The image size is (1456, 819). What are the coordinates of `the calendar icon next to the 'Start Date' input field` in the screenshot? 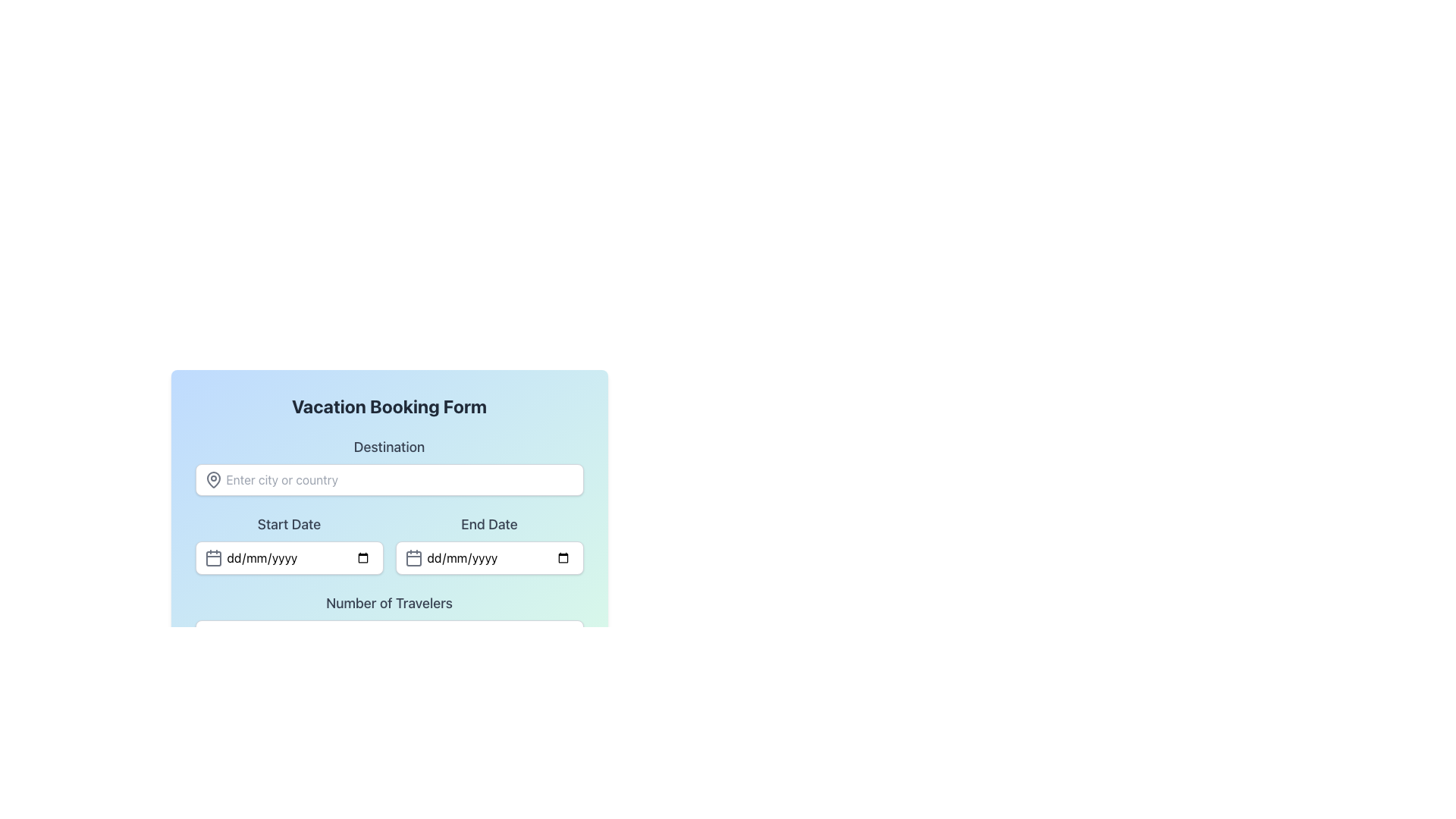 It's located at (289, 543).